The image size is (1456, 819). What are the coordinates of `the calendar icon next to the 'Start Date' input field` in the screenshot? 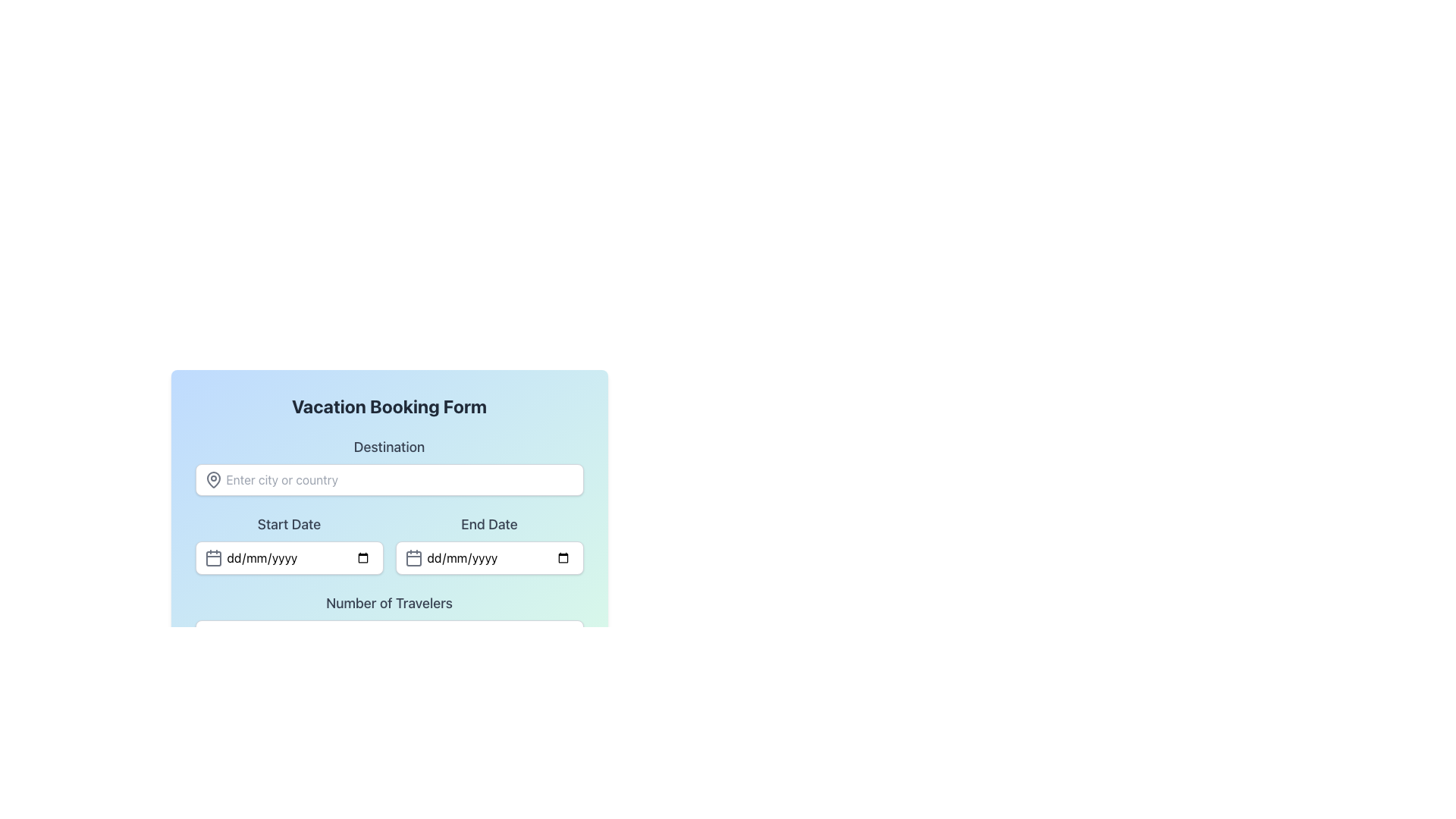 It's located at (289, 543).